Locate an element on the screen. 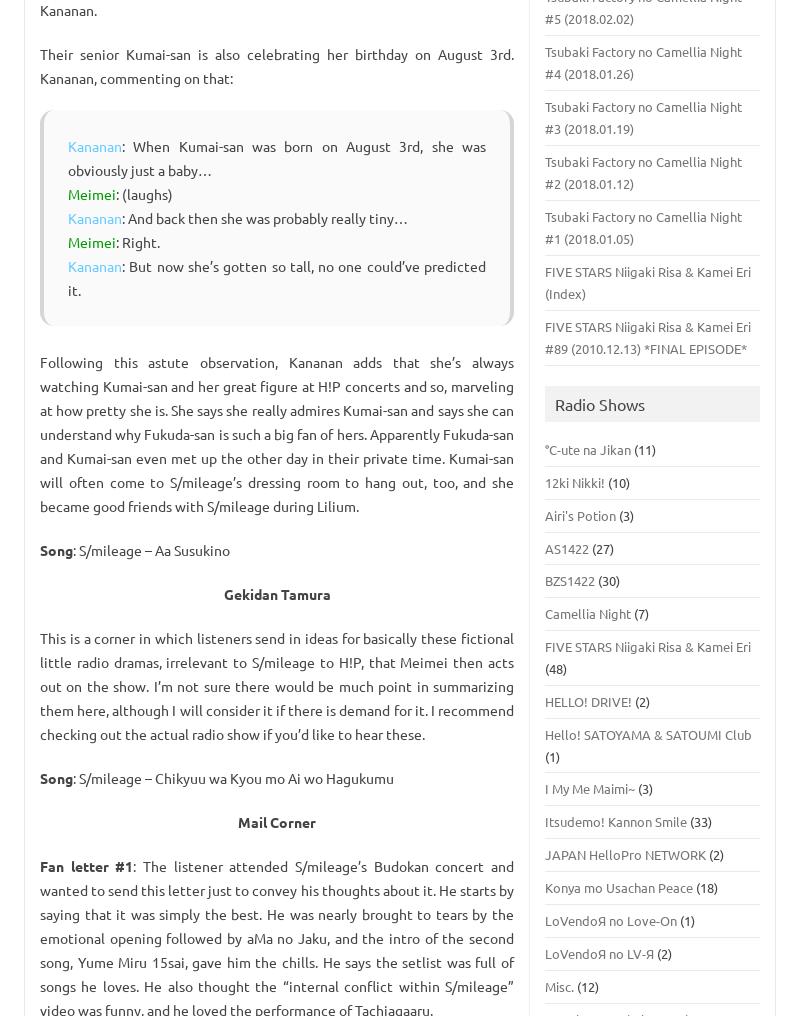 The height and width of the screenshot is (1016, 800). '(12)' is located at coordinates (572, 985).